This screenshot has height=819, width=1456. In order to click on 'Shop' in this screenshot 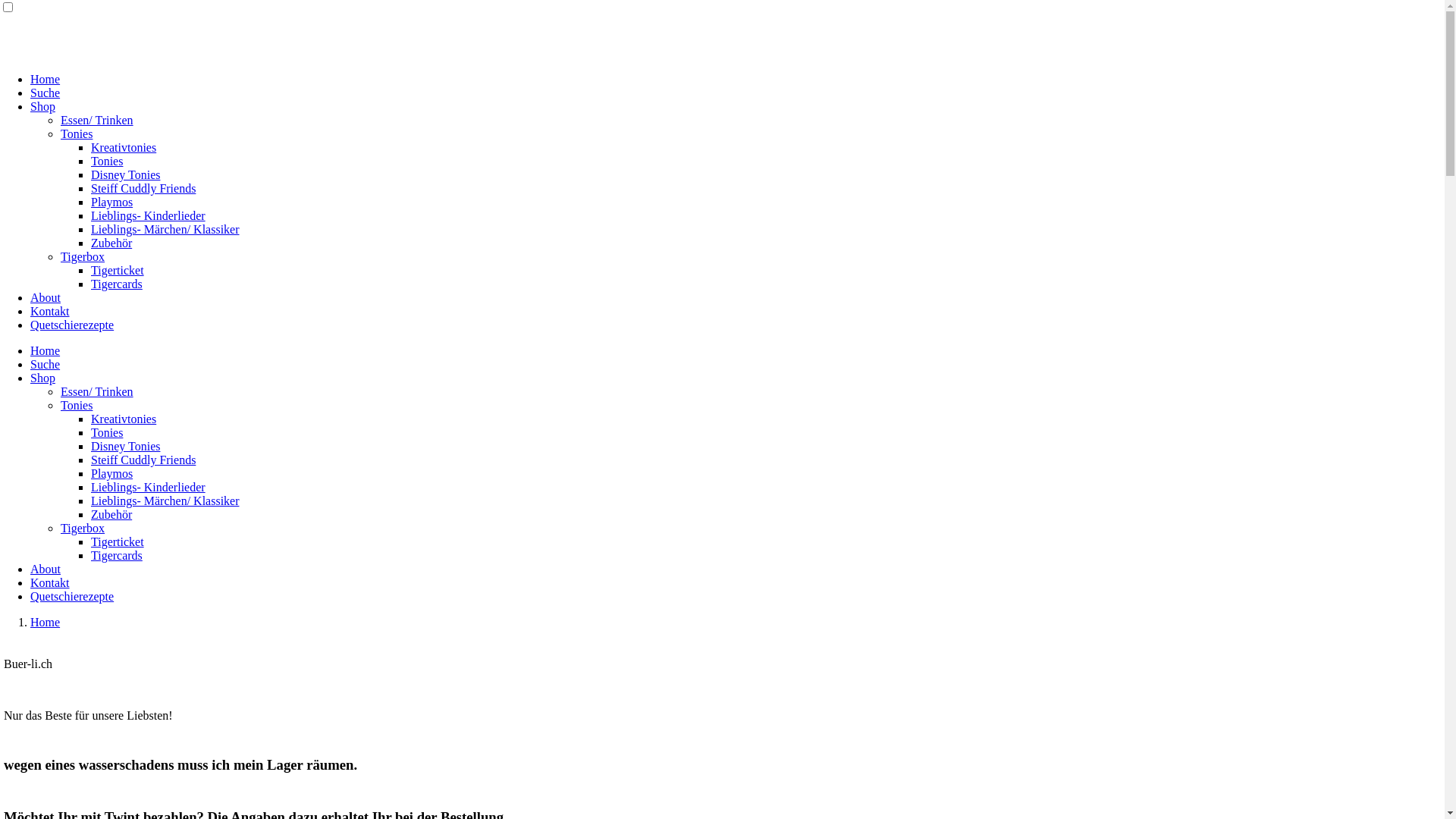, I will do `click(42, 377)`.